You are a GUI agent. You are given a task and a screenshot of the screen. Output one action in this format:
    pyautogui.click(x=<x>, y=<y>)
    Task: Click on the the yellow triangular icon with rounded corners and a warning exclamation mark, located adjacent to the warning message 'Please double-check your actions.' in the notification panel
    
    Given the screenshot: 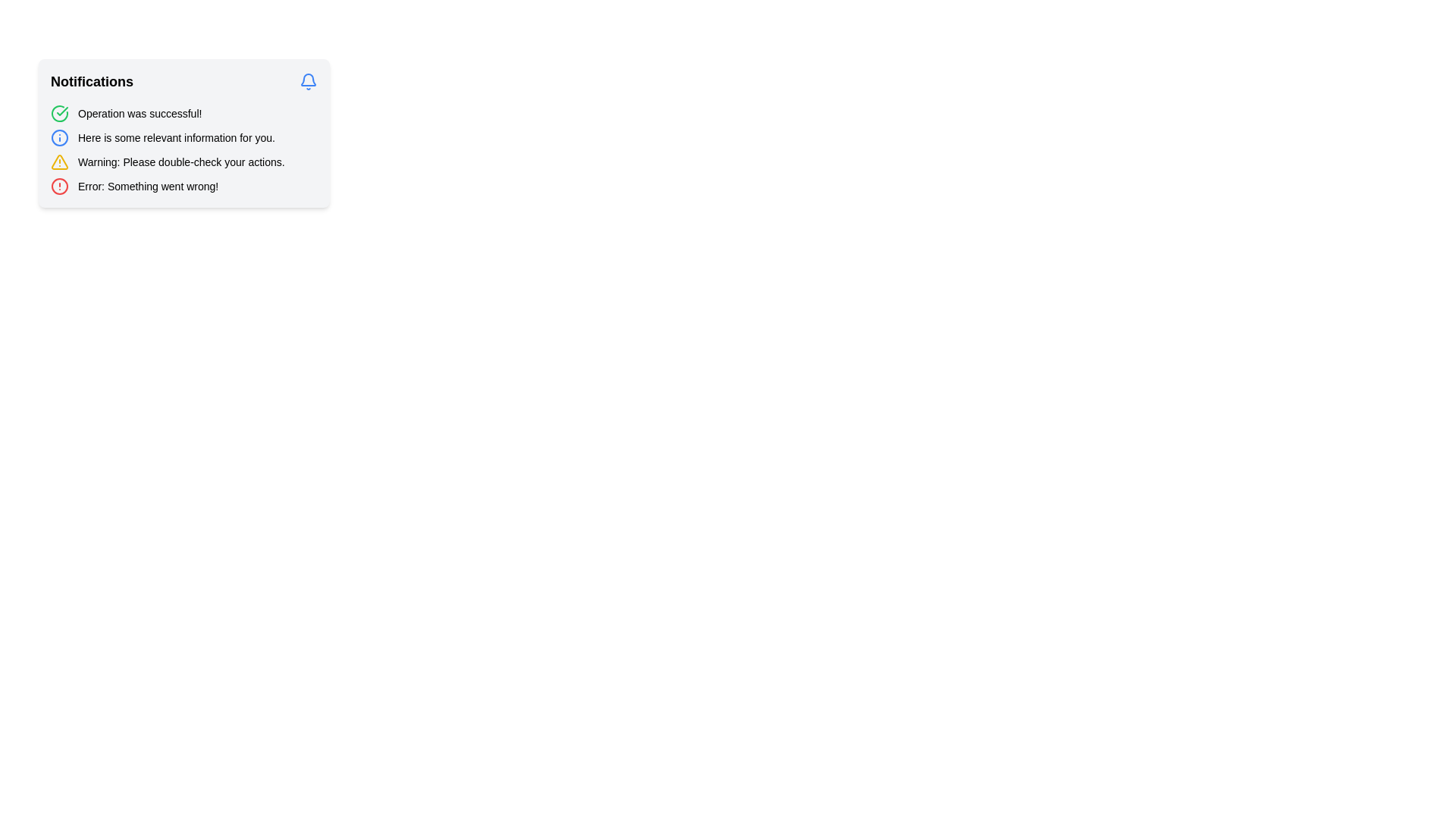 What is the action you would take?
    pyautogui.click(x=59, y=162)
    